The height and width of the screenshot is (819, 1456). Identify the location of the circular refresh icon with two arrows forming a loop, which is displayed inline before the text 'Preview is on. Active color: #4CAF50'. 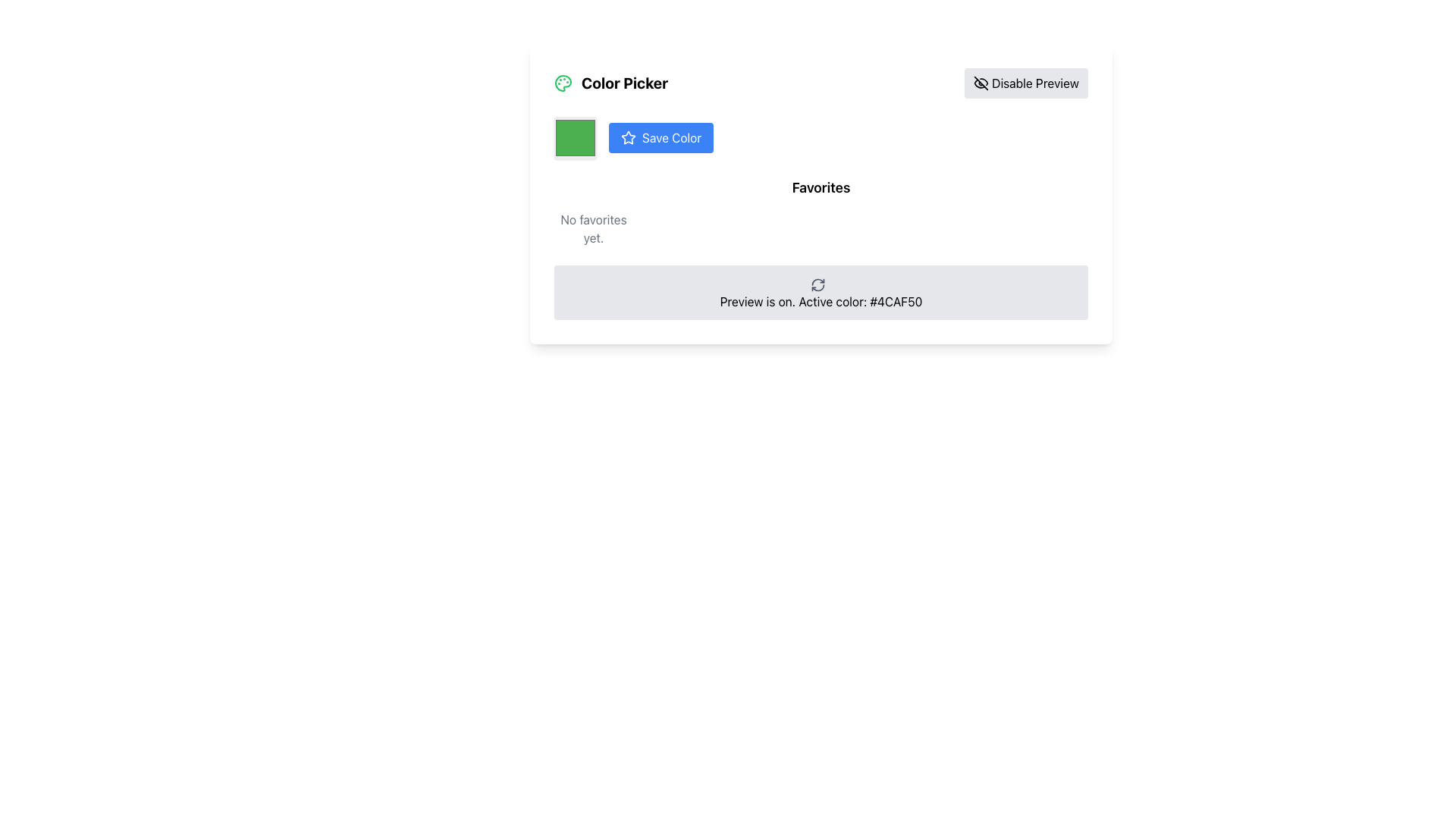
(817, 284).